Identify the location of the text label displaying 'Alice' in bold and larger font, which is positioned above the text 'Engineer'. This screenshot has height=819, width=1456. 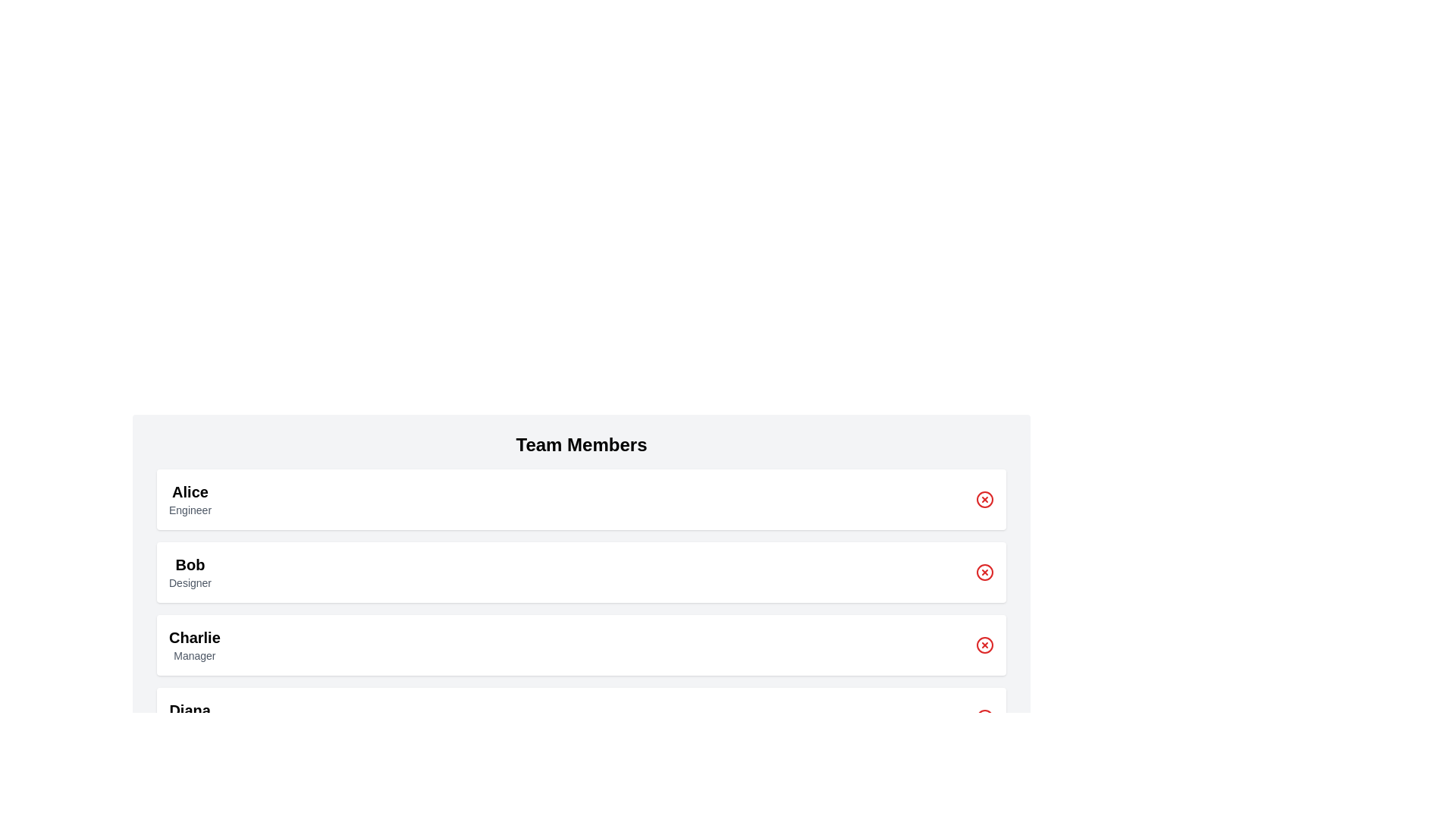
(189, 491).